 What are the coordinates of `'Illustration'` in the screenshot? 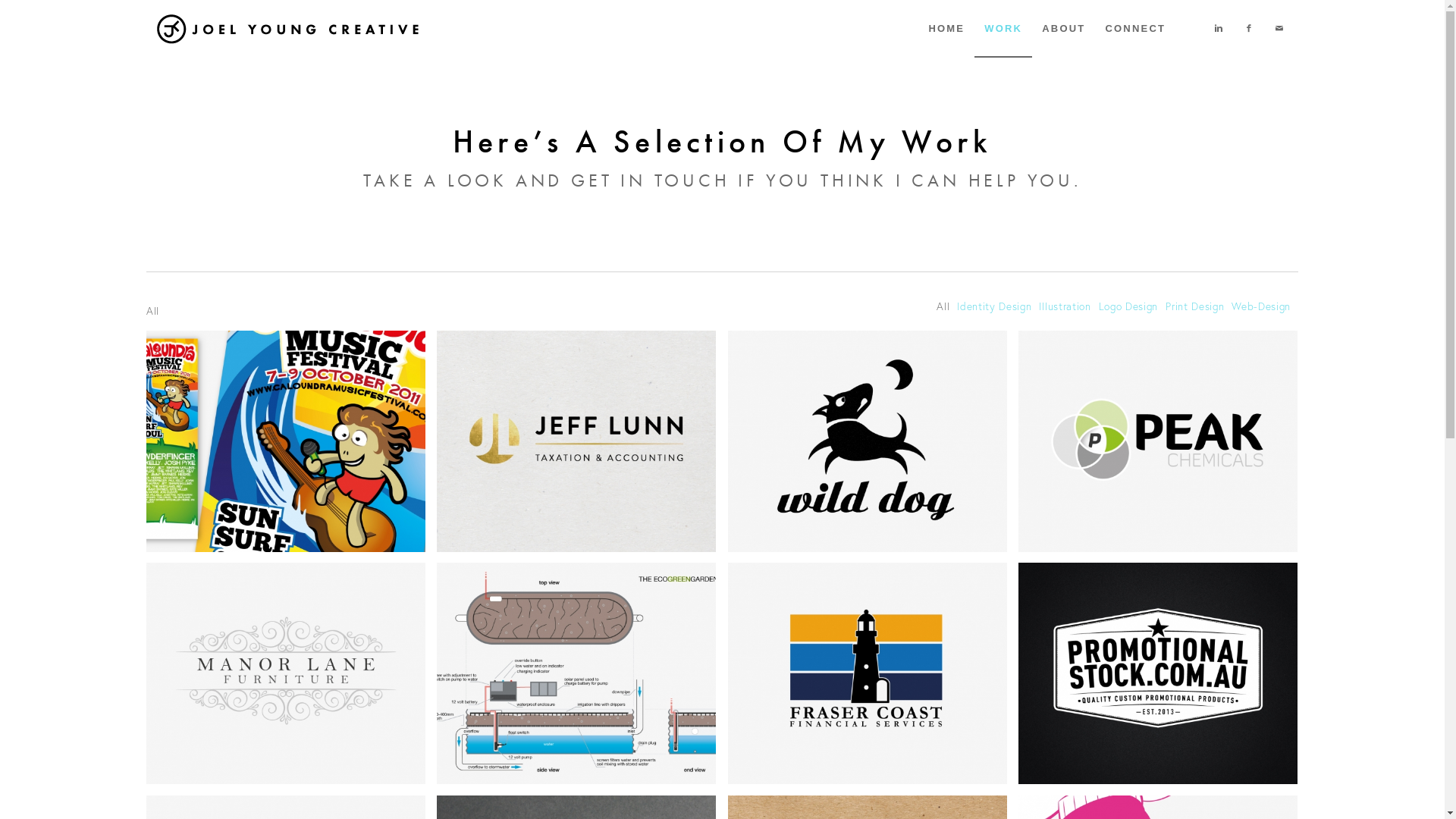 It's located at (1063, 307).